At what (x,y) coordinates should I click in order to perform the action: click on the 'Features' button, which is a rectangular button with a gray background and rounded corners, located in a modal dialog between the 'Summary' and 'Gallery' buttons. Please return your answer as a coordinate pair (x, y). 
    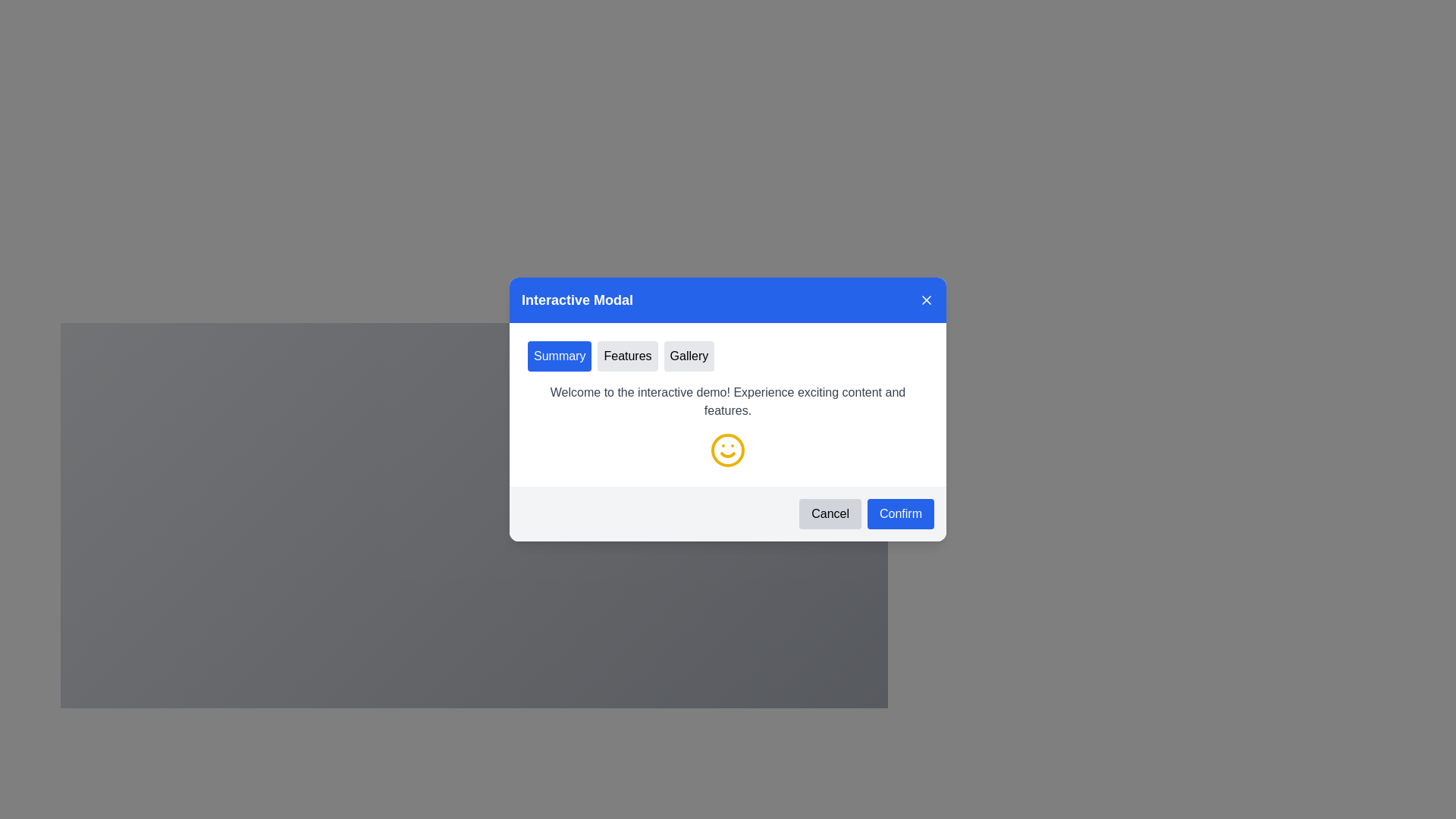
    Looking at the image, I should click on (628, 356).